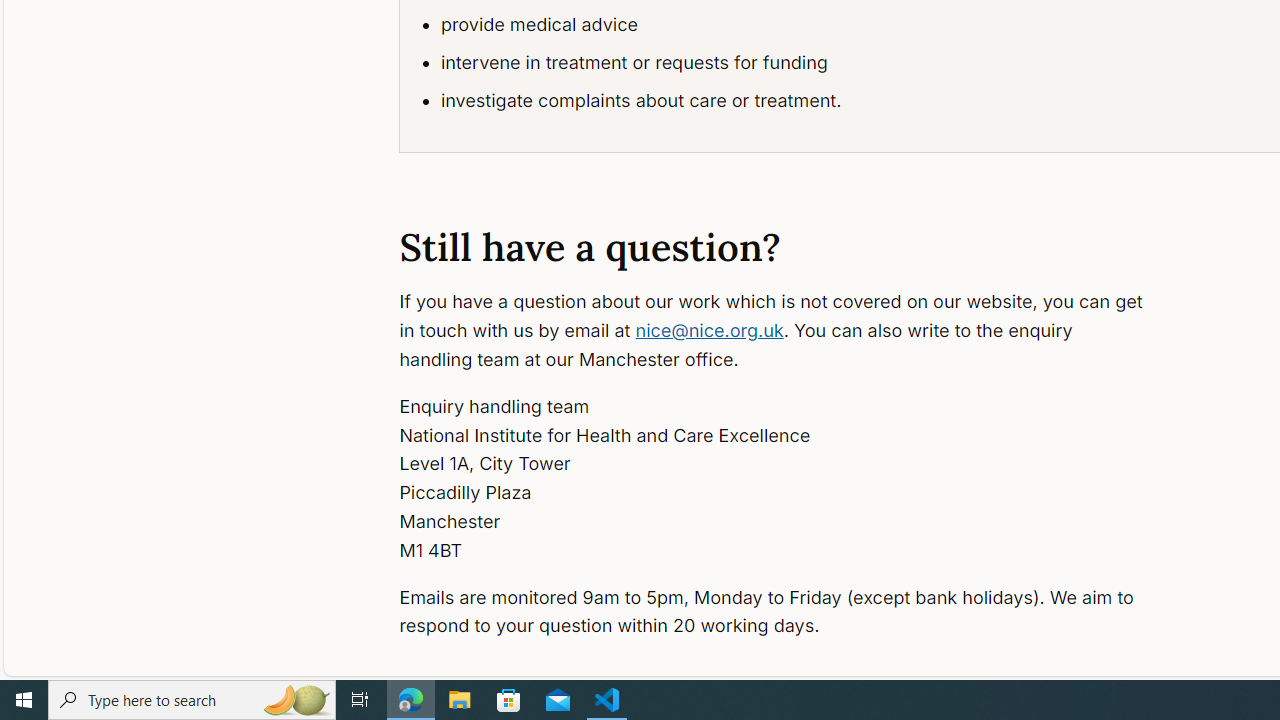  What do you see at coordinates (709, 329) in the screenshot?
I see `'nice@nice.org.uk'` at bounding box center [709, 329].